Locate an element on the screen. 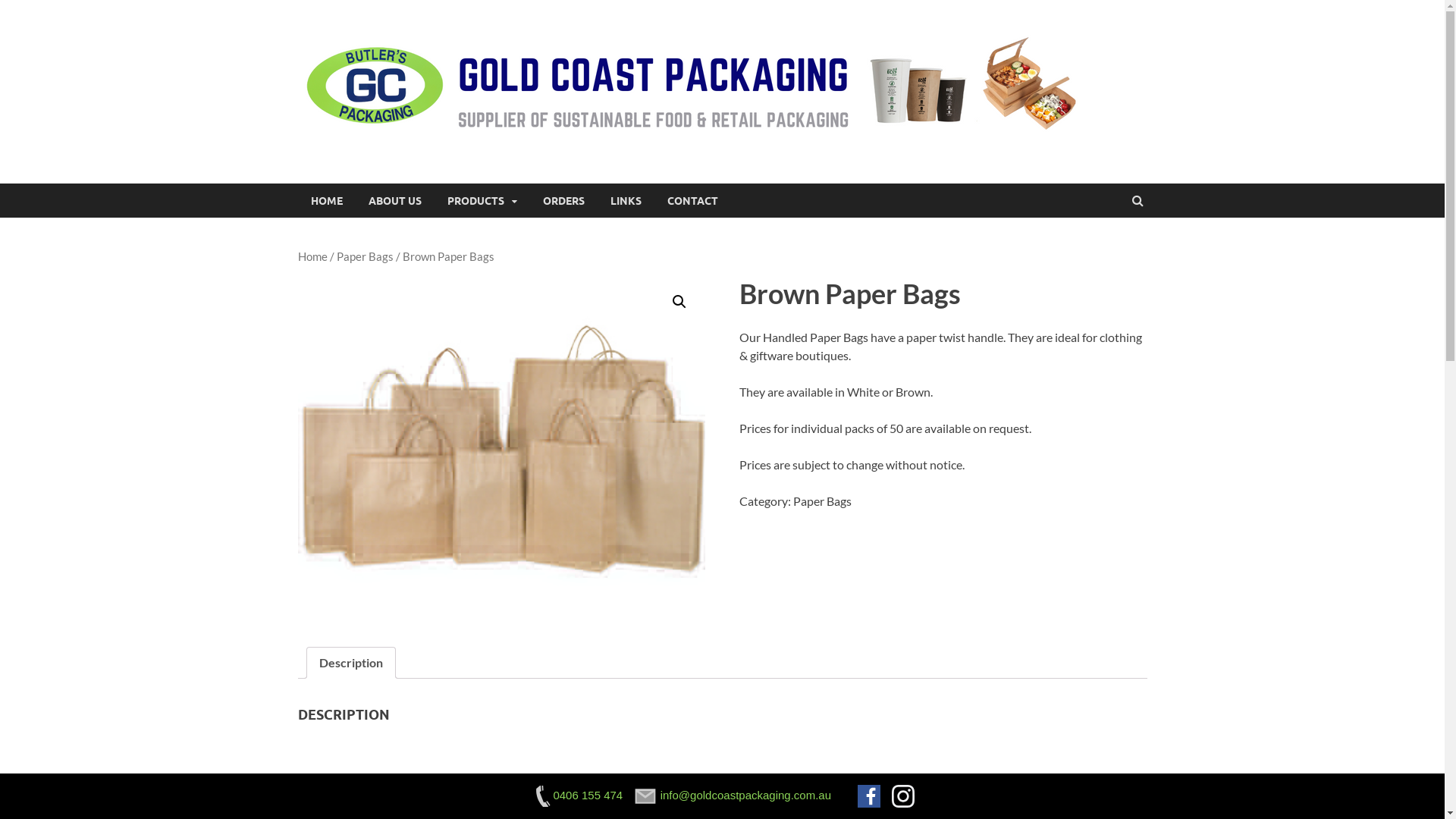 The width and height of the screenshot is (1456, 819). 'Home' is located at coordinates (311, 256).